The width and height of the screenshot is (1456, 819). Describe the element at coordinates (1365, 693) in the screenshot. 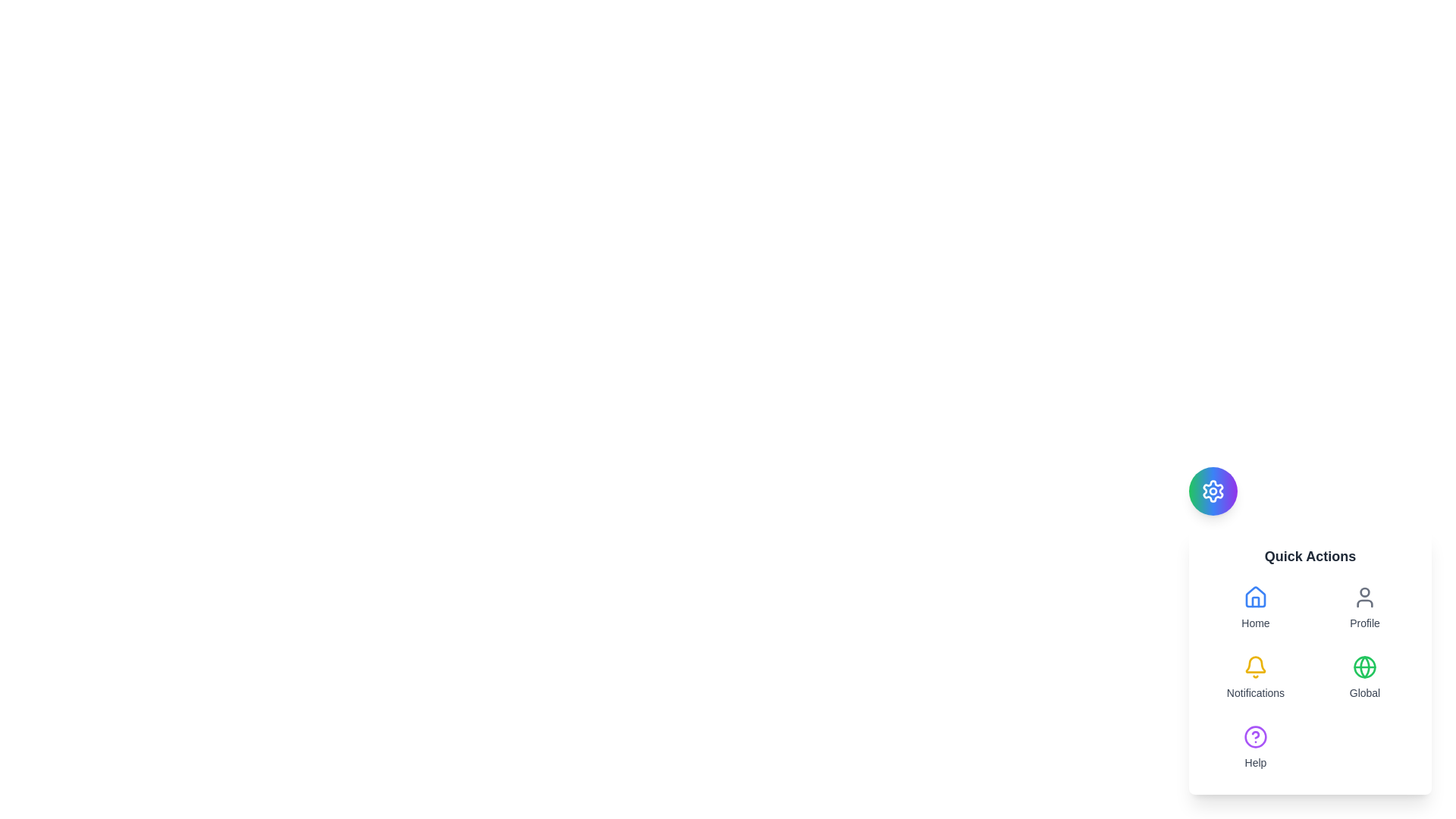

I see `the descriptive text label located directly under the globe icon in the 'Quick Actions' menu, indicating global settings or internationalization, if it supports interactive functionality` at that location.